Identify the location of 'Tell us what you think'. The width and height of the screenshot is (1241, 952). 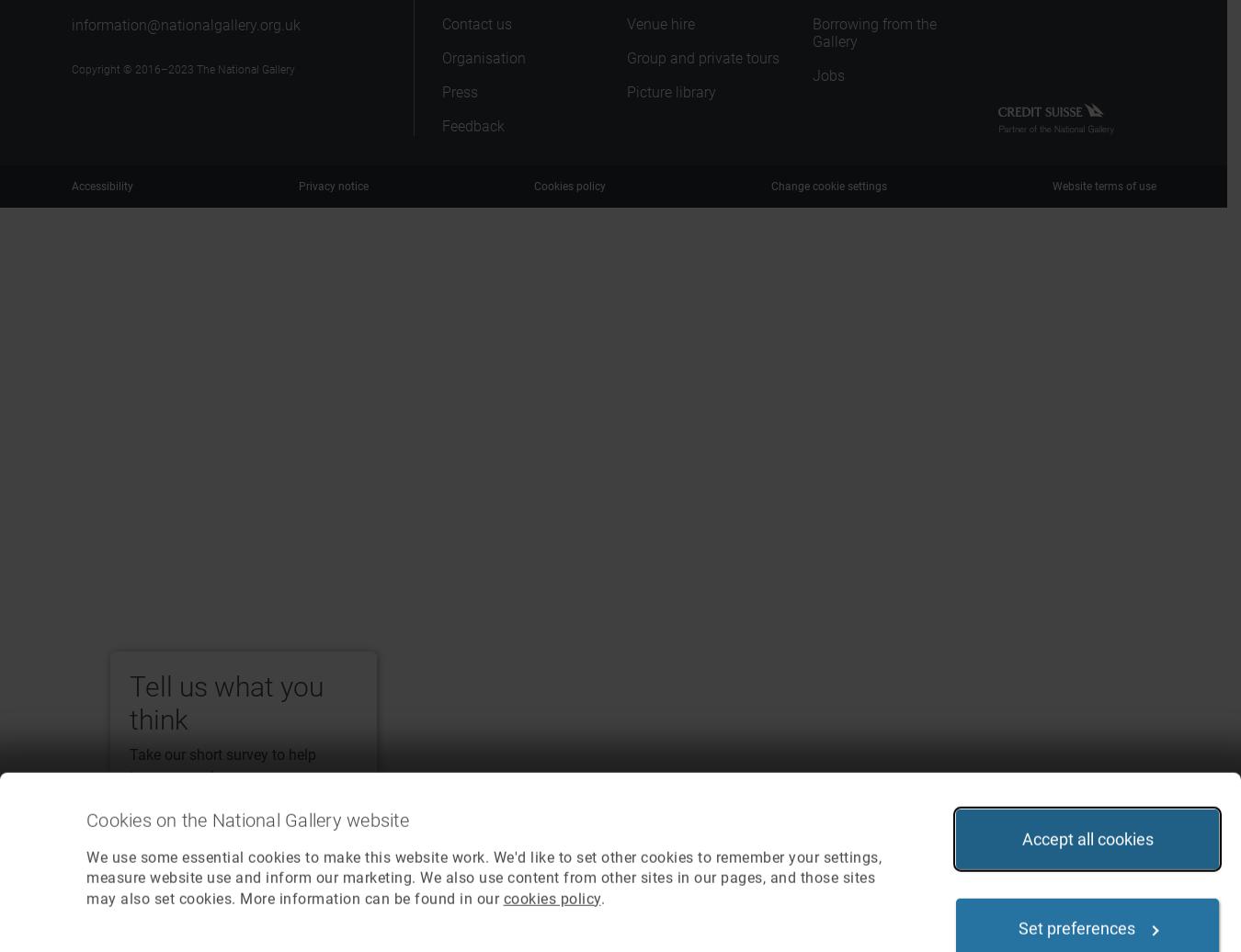
(225, 703).